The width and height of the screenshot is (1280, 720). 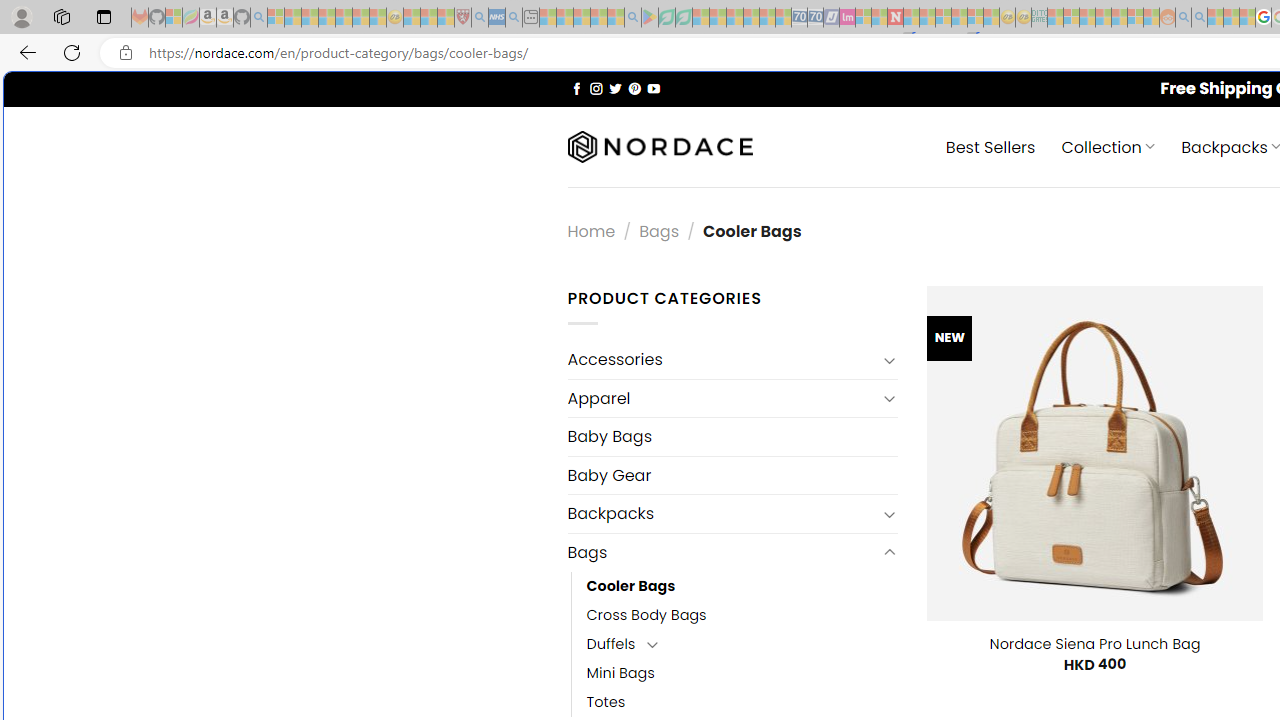 I want to click on 'New tab - Sleeping', so click(x=531, y=17).